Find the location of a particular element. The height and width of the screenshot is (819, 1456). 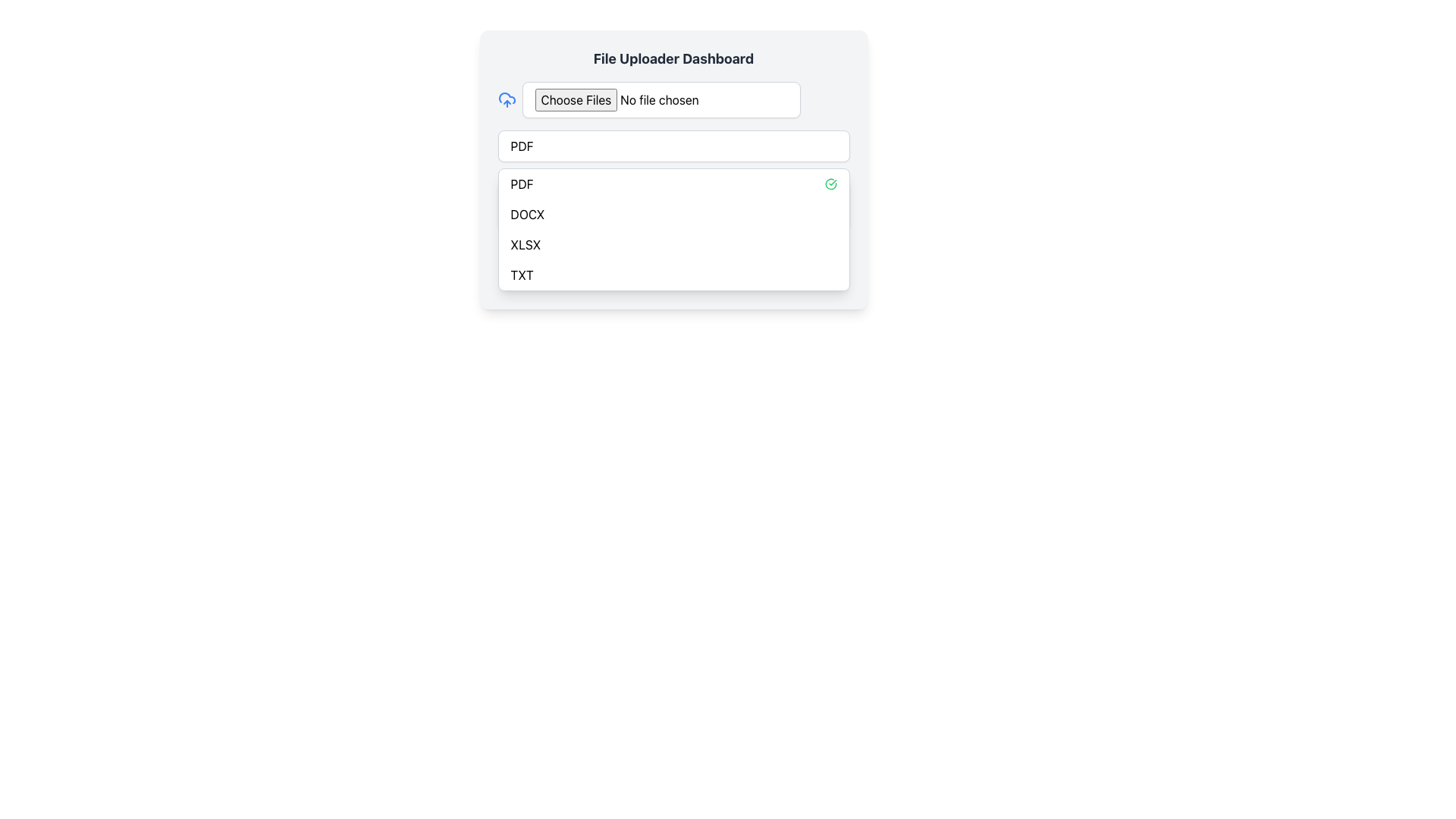

the 'DOCX' dropdown menu item, which is the second item in the dropdown list of file format options is located at coordinates (527, 214).